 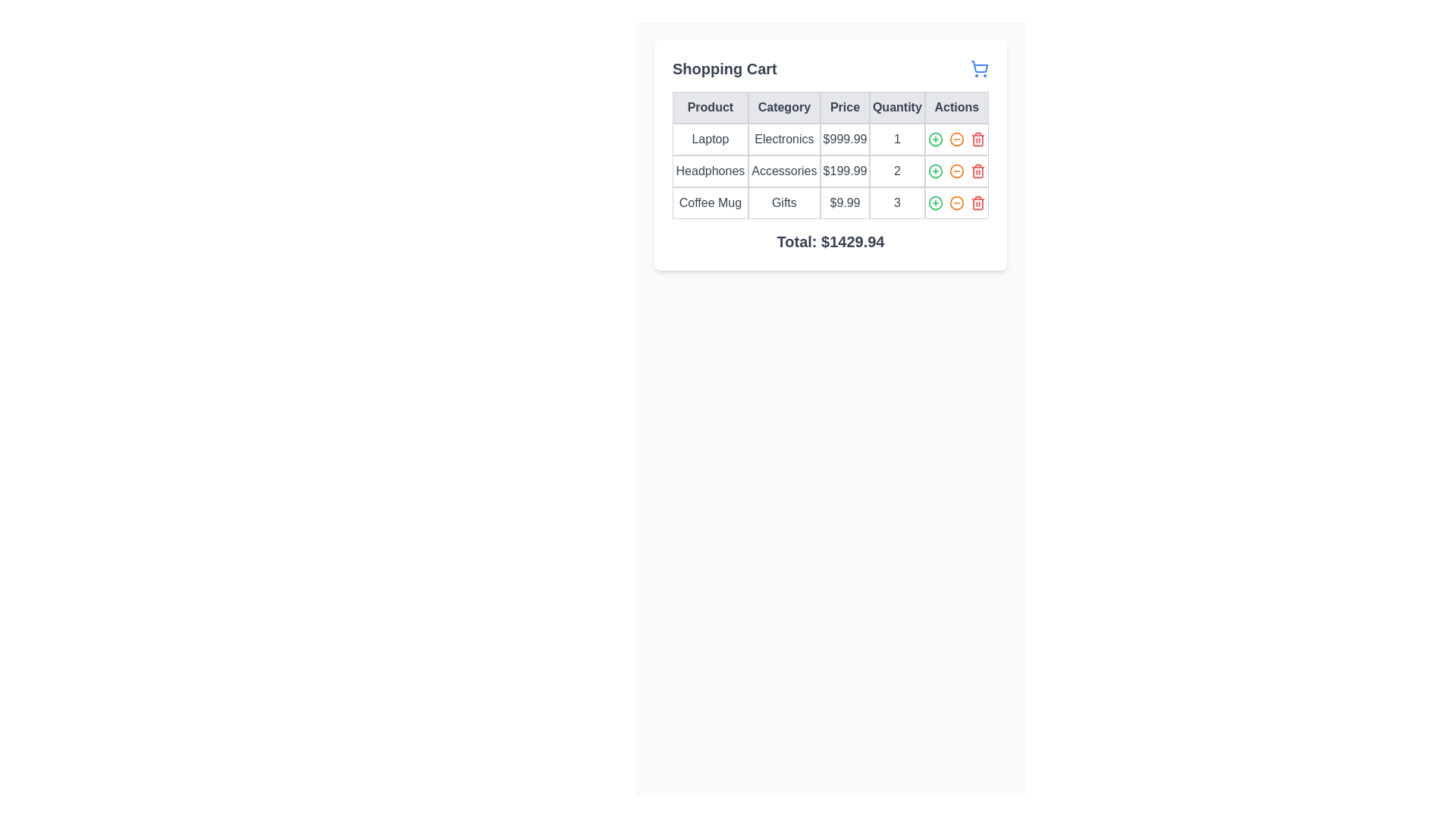 What do you see at coordinates (897, 171) in the screenshot?
I see `the static text cell displaying the quantity of 'Headphones' in the shopping cart table` at bounding box center [897, 171].